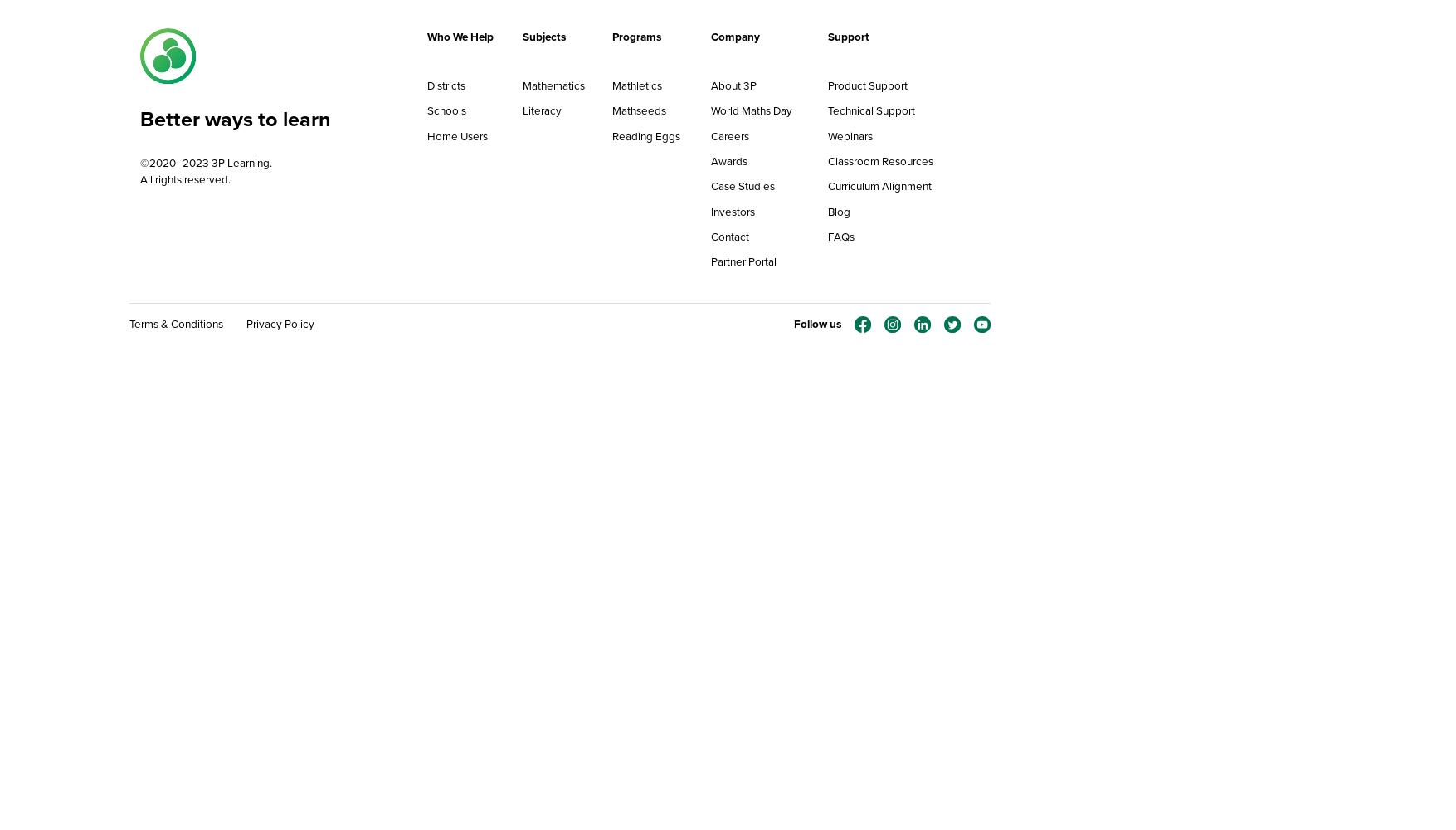 The image size is (1456, 830). What do you see at coordinates (817, 323) in the screenshot?
I see `'Follow us'` at bounding box center [817, 323].